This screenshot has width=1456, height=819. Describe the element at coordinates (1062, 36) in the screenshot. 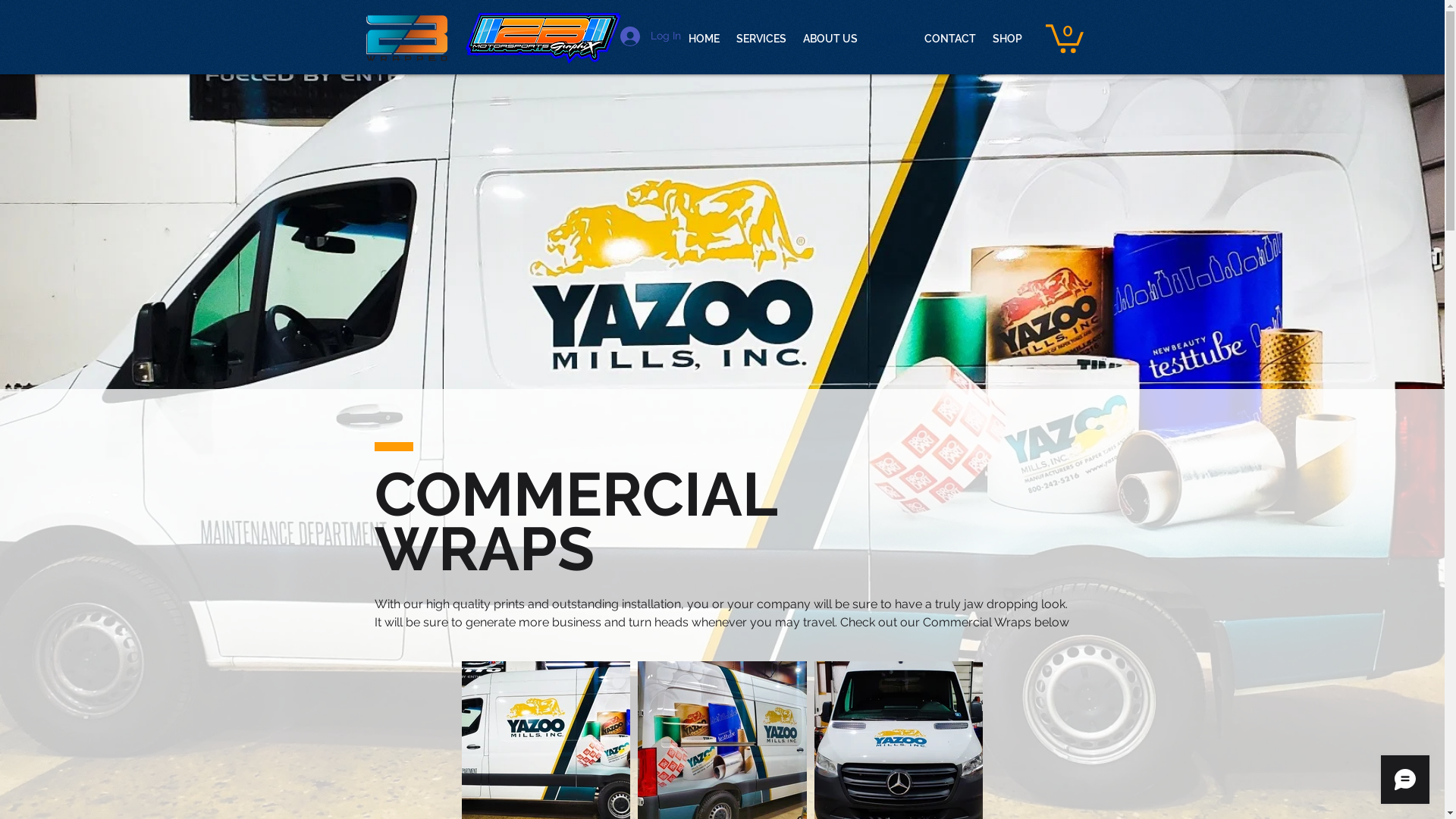

I see `'0'` at that location.